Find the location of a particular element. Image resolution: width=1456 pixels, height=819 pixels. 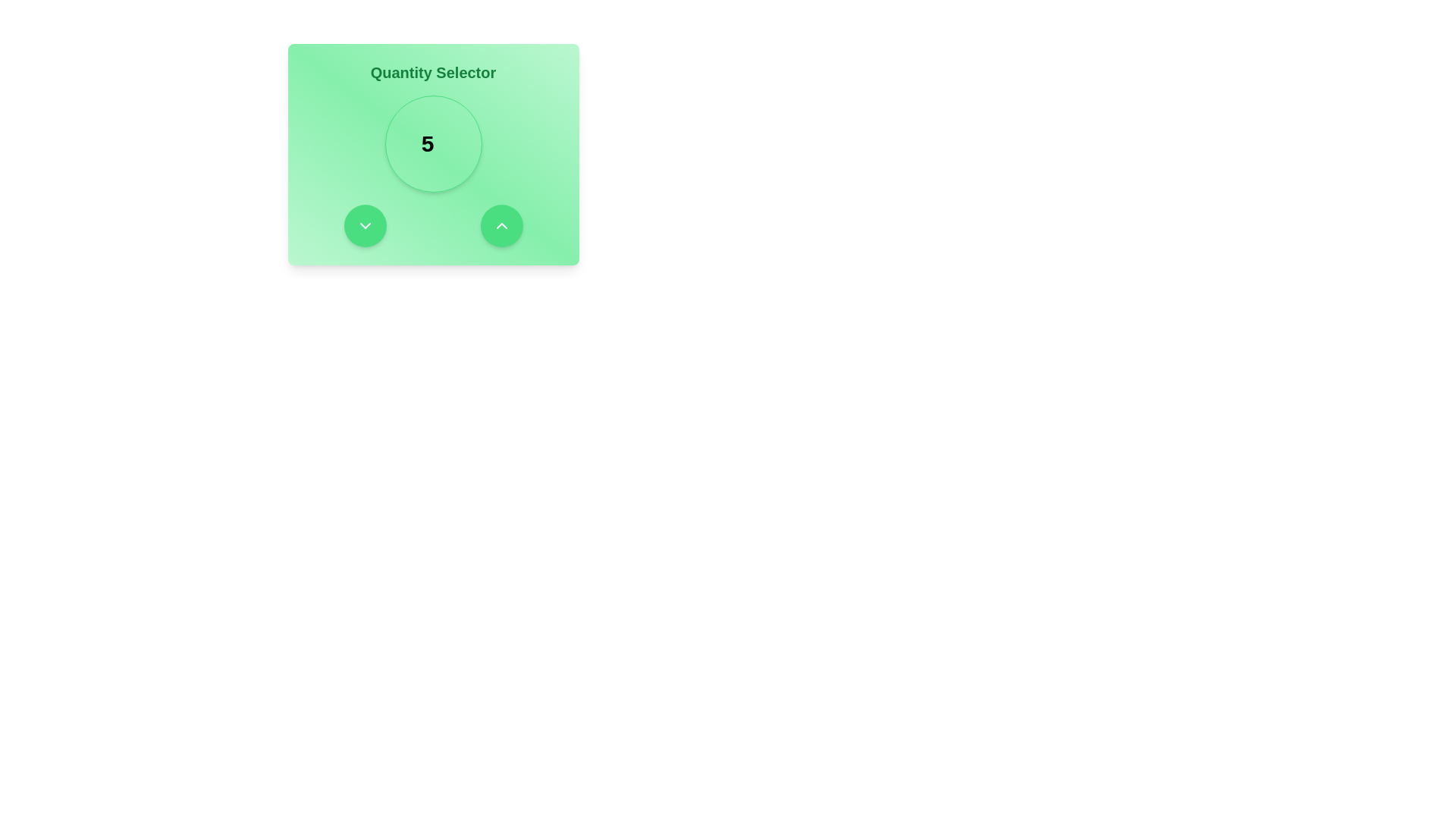

the circular green button with an upward-facing chevron icon to change its background shade is located at coordinates (501, 225).